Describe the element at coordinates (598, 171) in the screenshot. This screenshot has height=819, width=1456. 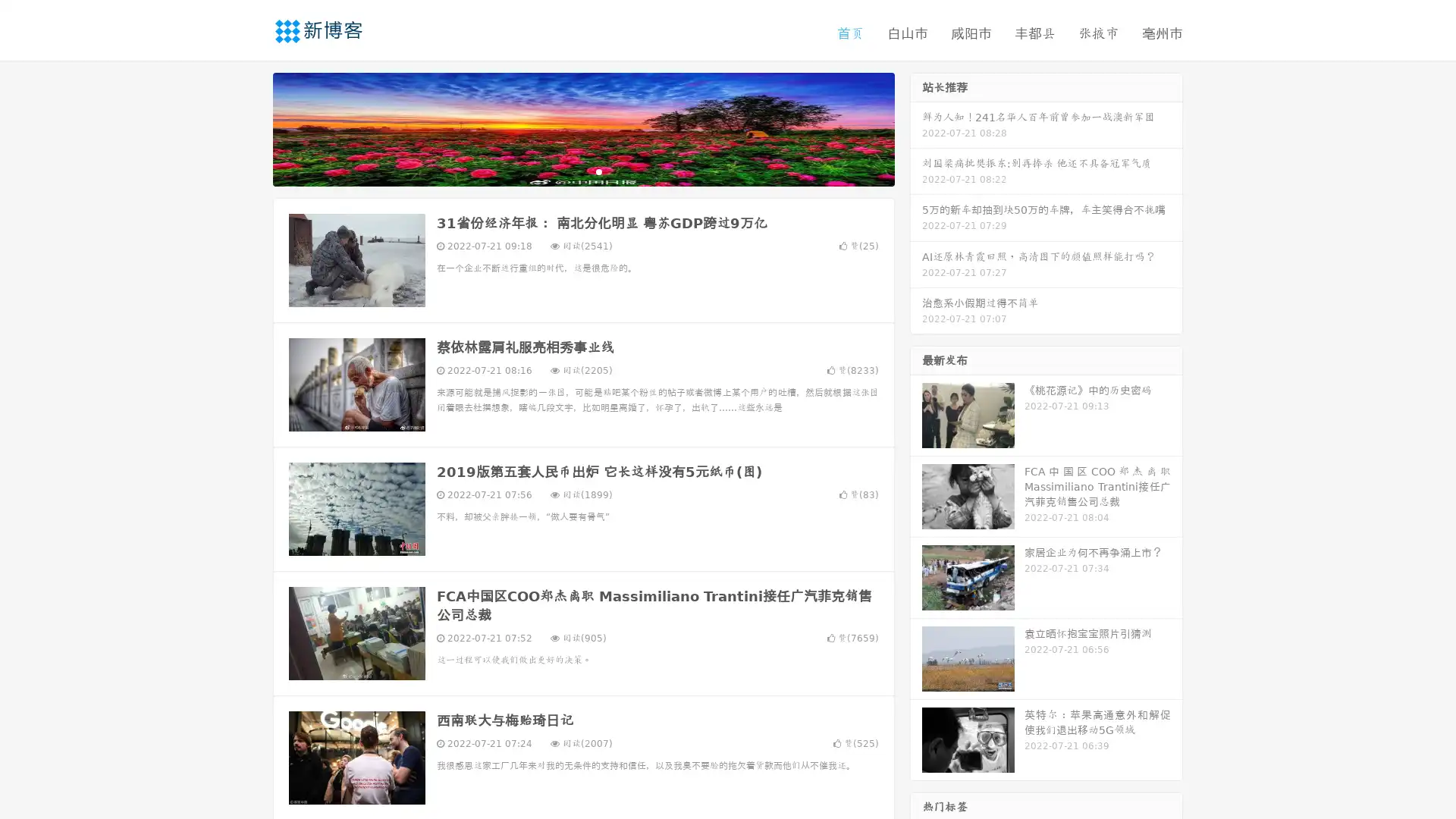
I see `Go to slide 3` at that location.